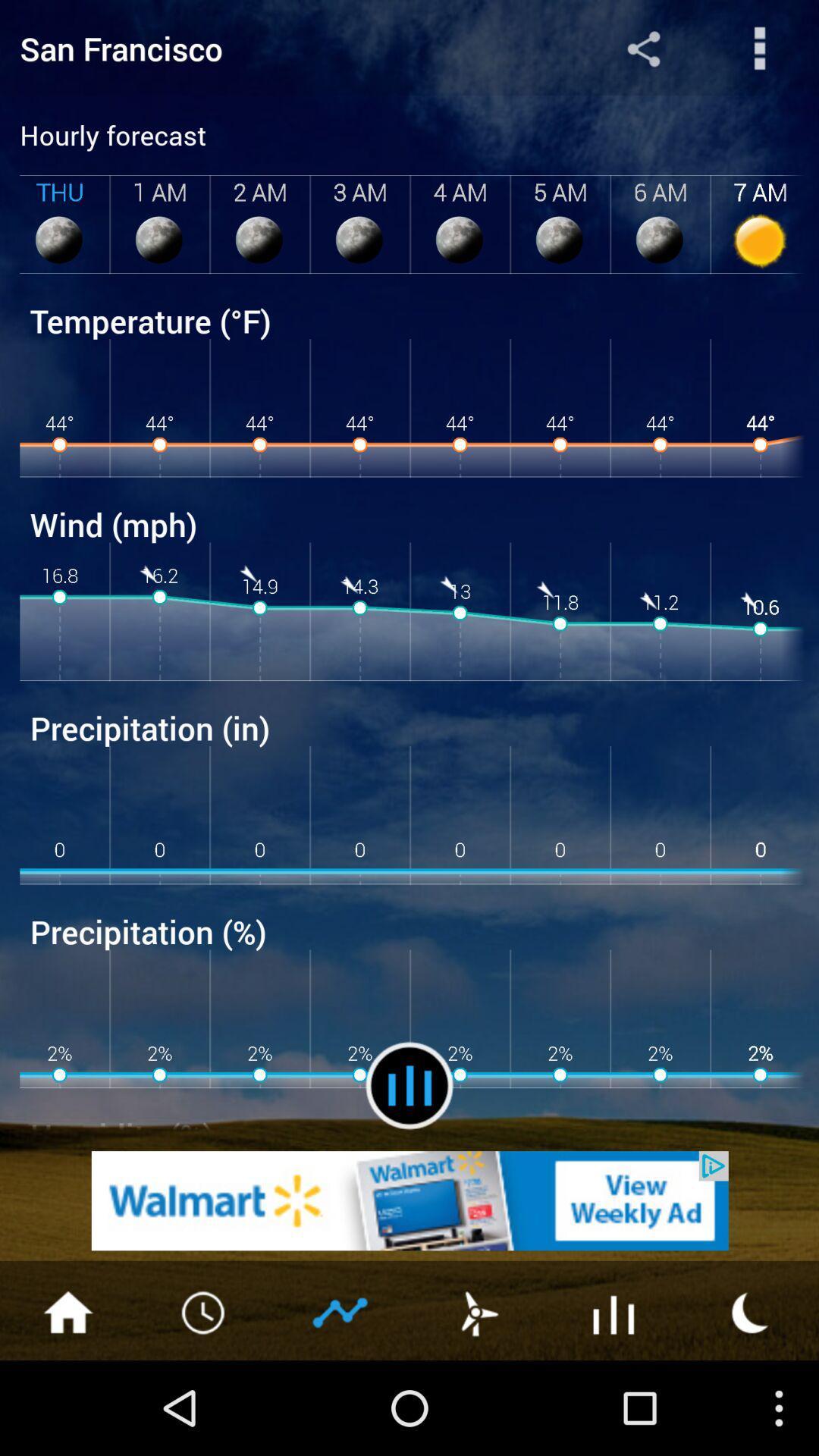 The width and height of the screenshot is (819, 1456). Describe the element at coordinates (67, 1402) in the screenshot. I see `the home icon` at that location.